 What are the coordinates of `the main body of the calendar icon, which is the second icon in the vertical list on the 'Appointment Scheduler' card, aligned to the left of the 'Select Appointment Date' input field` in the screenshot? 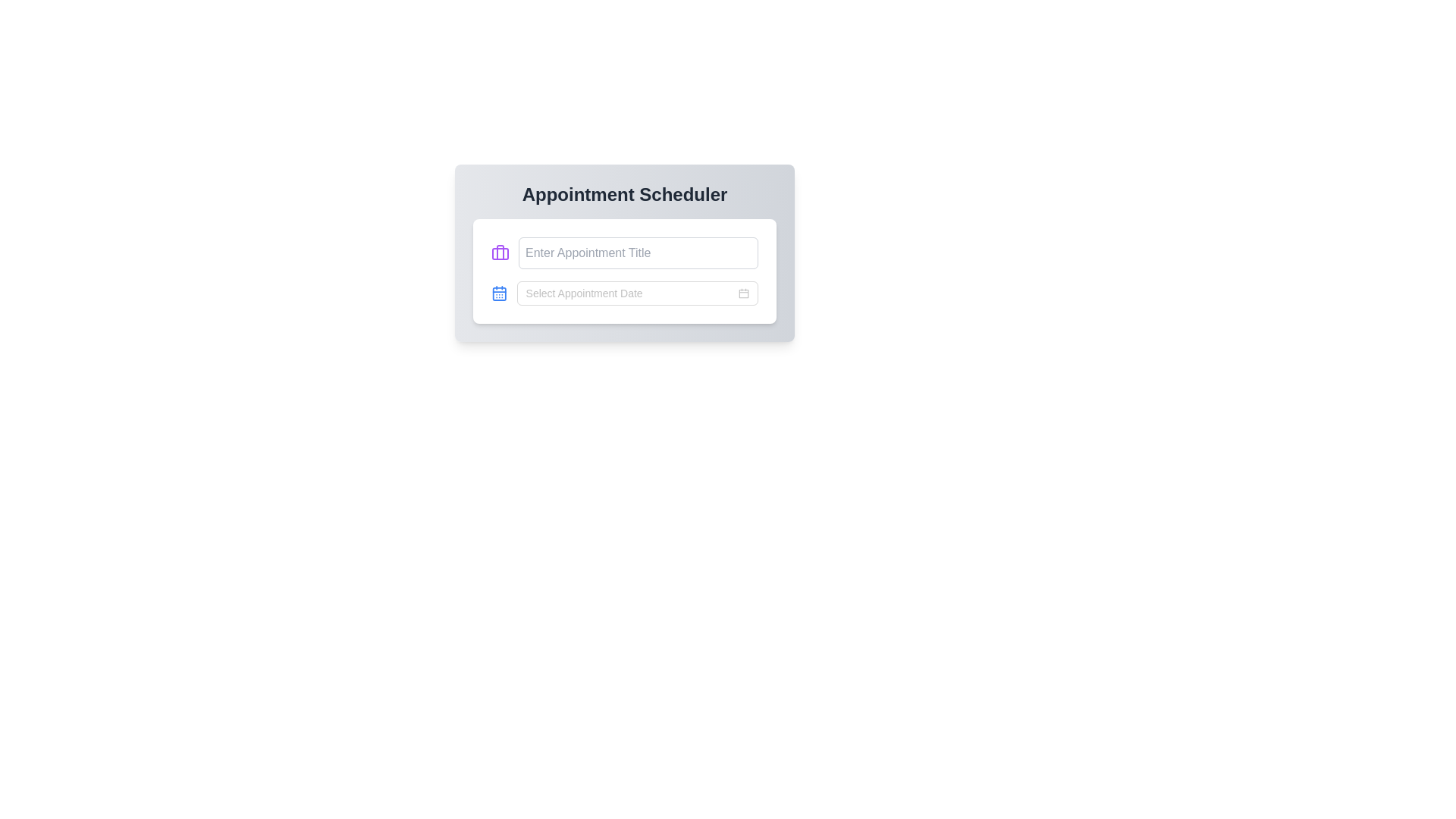 It's located at (499, 293).